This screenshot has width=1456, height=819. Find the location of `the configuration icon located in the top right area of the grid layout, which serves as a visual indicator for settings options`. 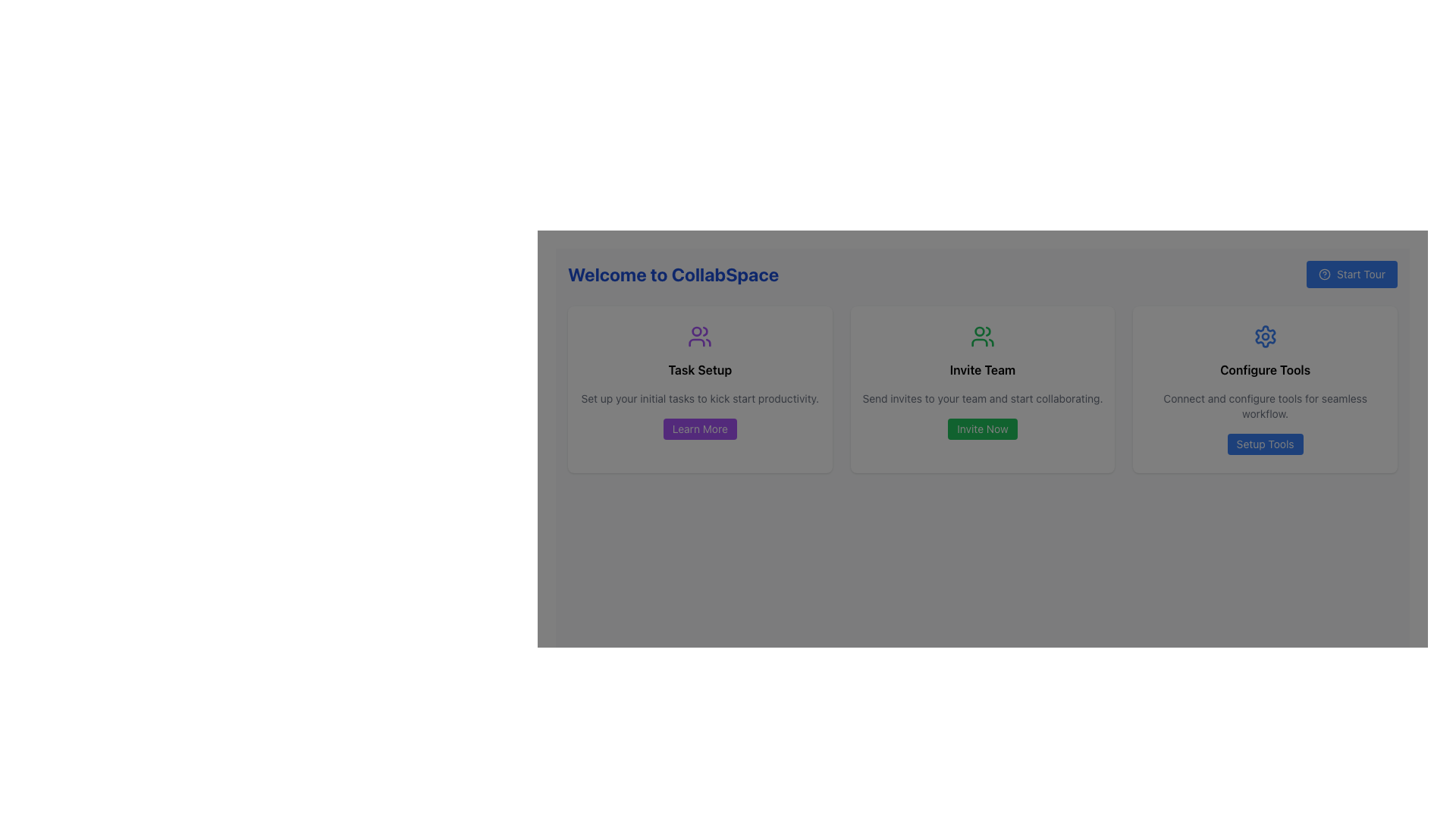

the configuration icon located in the top right area of the grid layout, which serves as a visual indicator for settings options is located at coordinates (1265, 335).